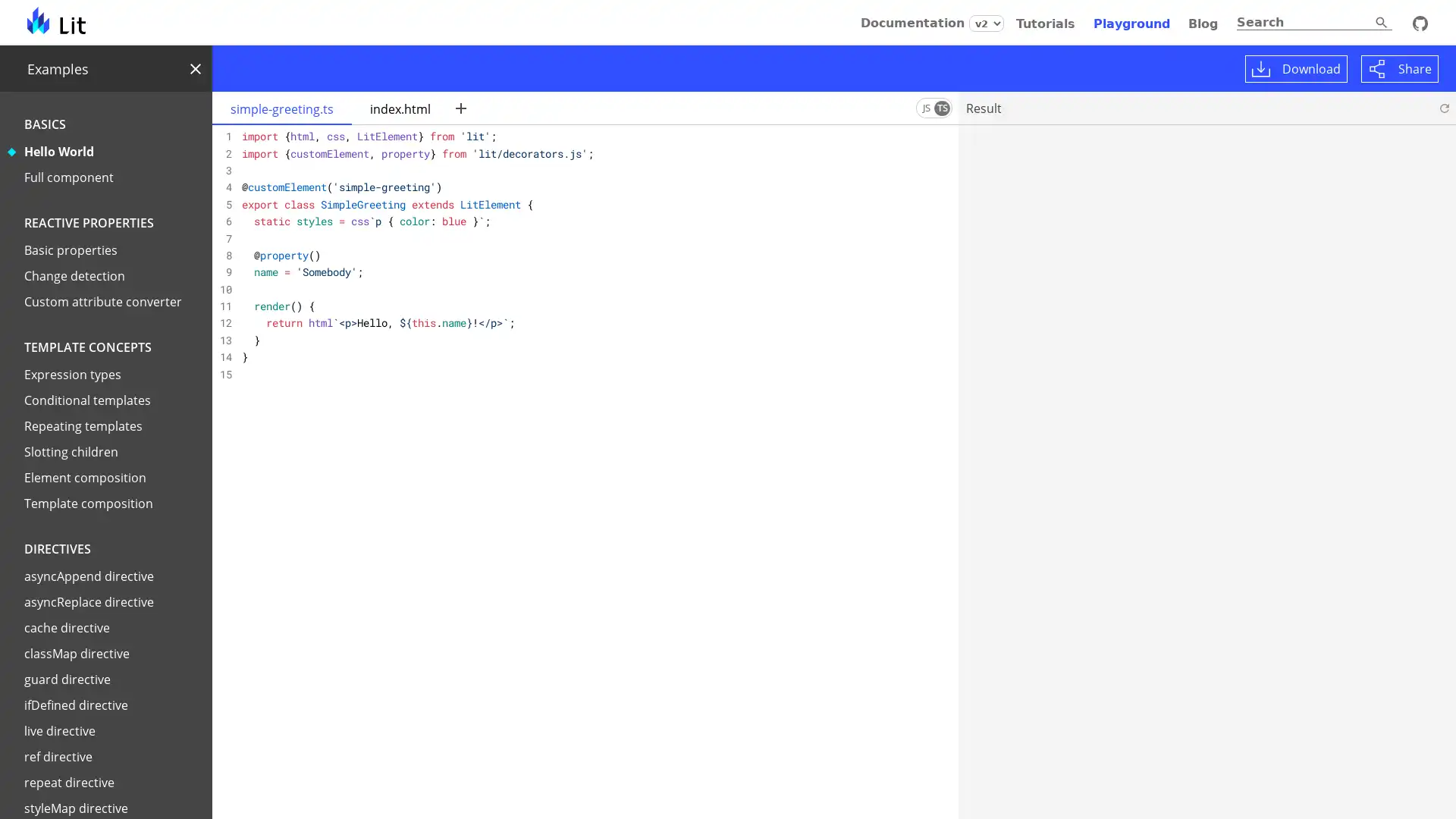  What do you see at coordinates (460, 107) in the screenshot?
I see `New file` at bounding box center [460, 107].